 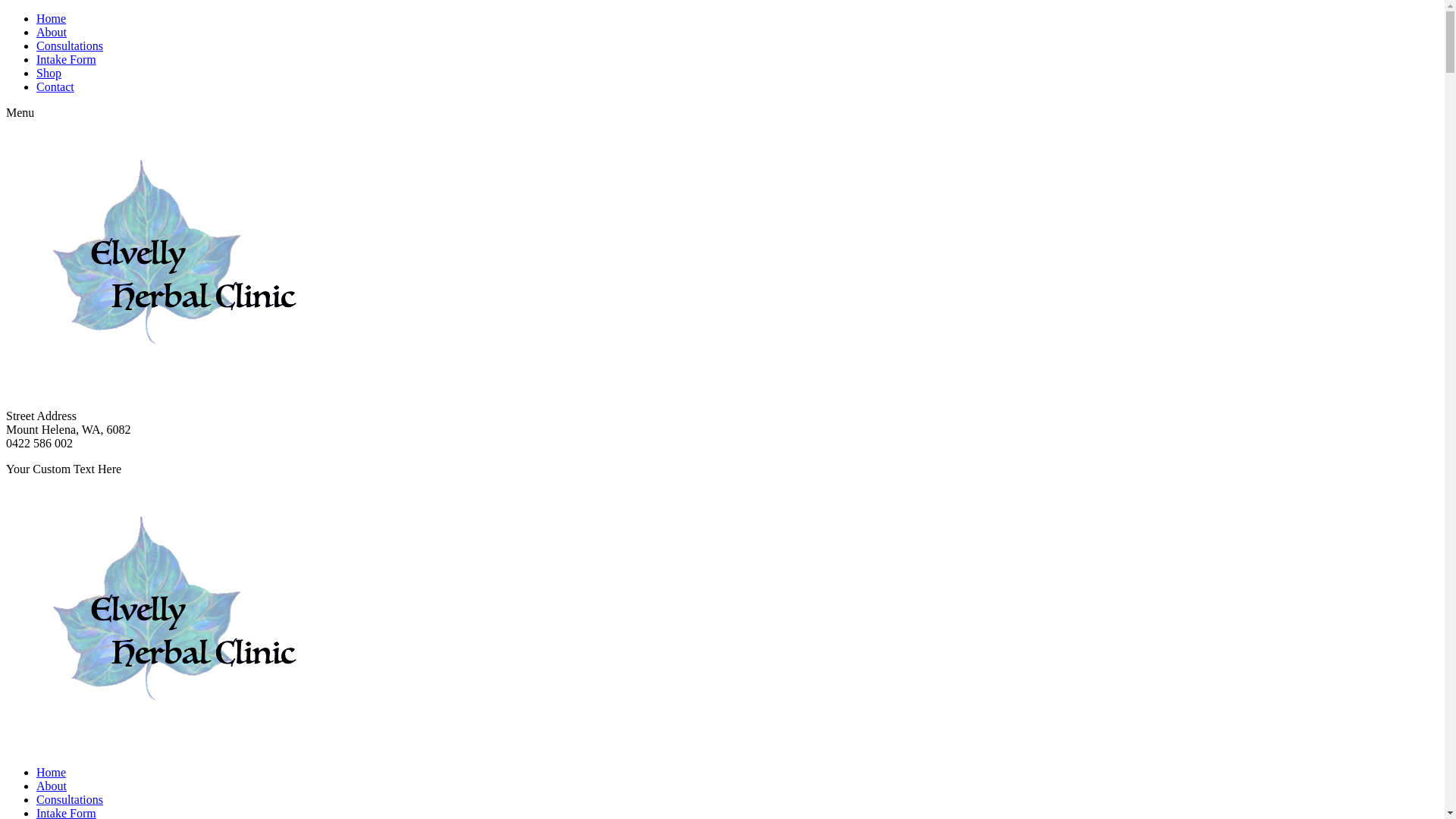 What do you see at coordinates (51, 785) in the screenshot?
I see `'About'` at bounding box center [51, 785].